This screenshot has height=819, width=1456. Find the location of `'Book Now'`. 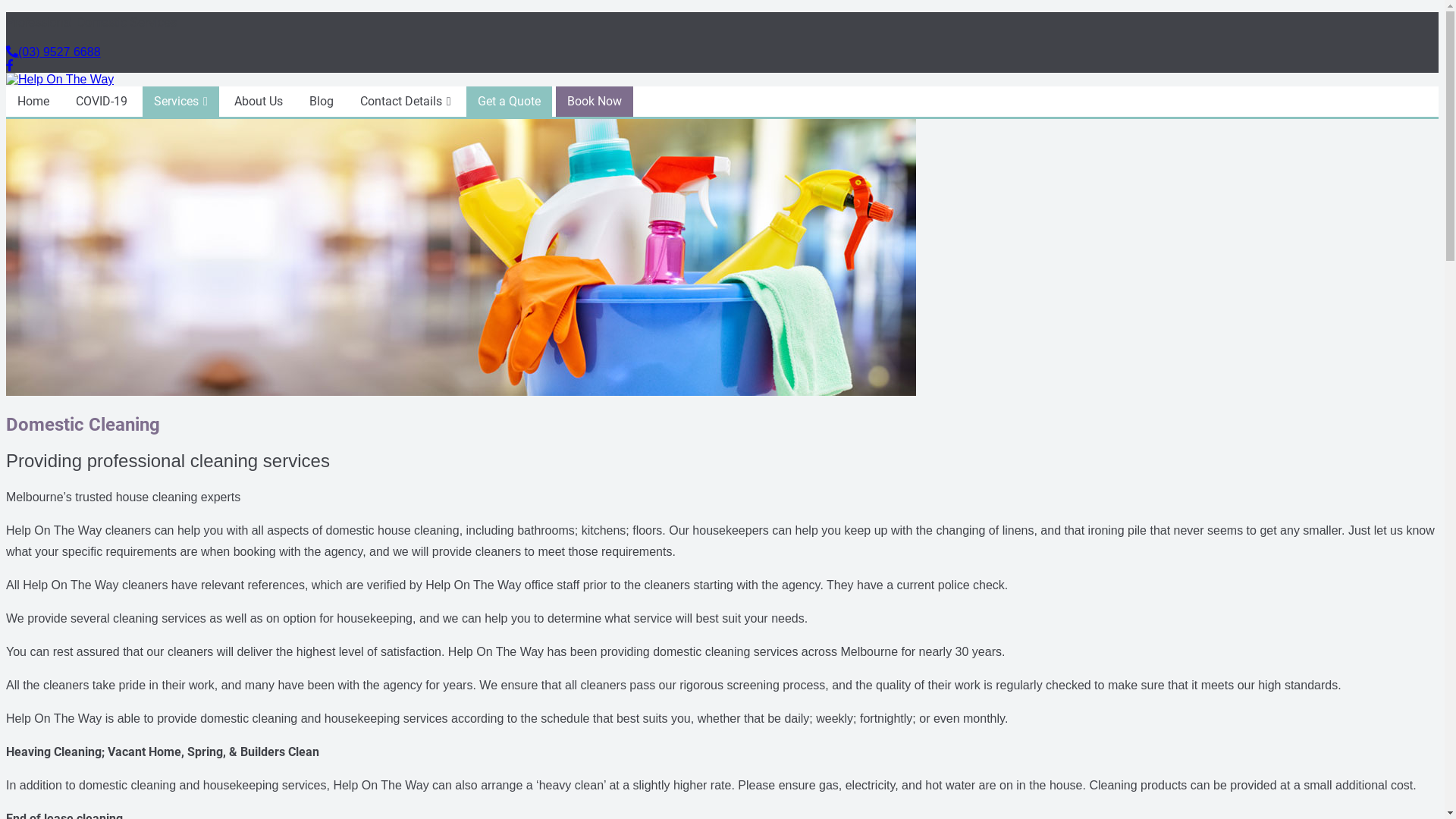

'Book Now' is located at coordinates (593, 102).